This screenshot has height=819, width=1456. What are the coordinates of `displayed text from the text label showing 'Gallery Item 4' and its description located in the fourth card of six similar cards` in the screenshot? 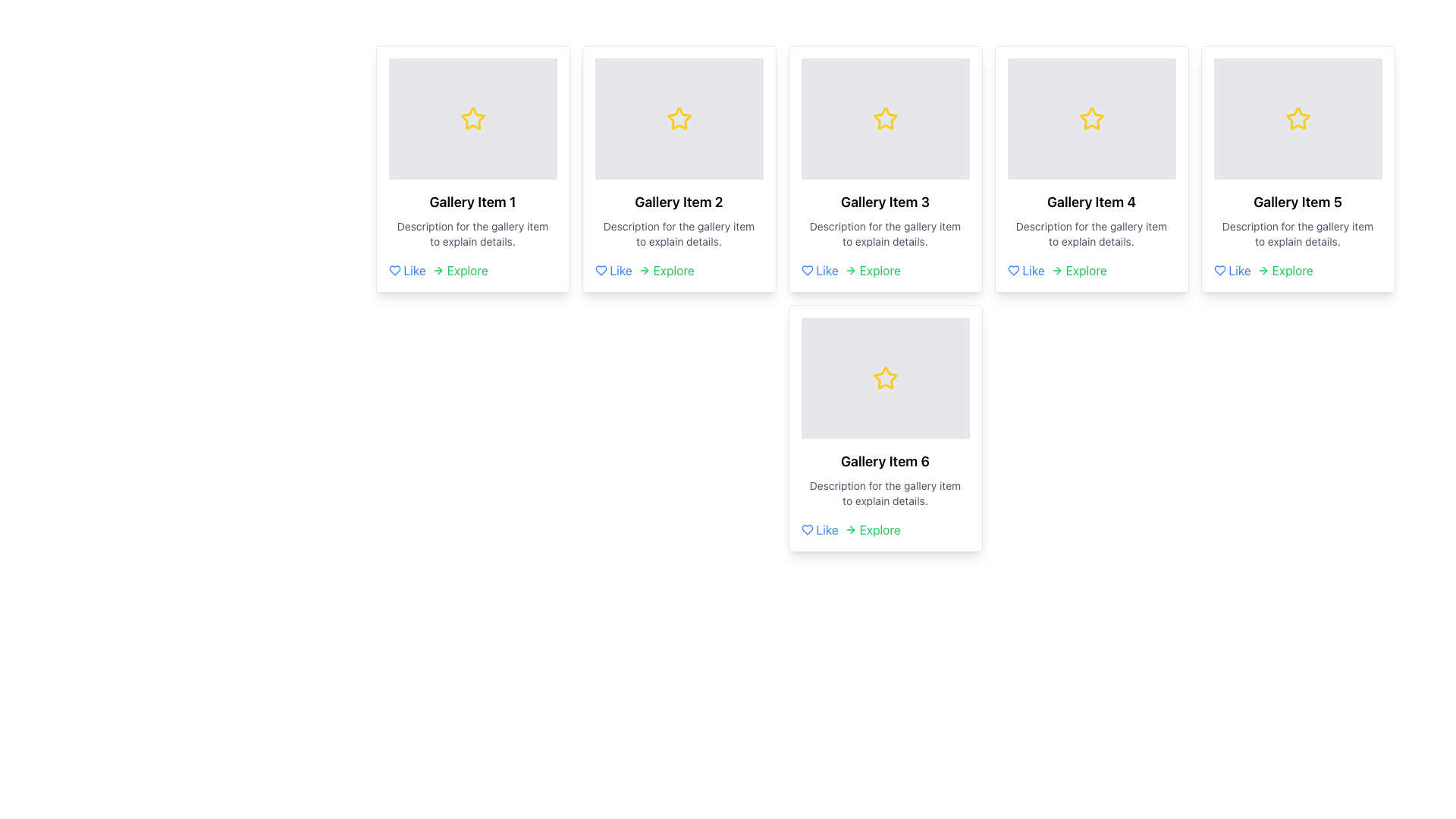 It's located at (1090, 220).